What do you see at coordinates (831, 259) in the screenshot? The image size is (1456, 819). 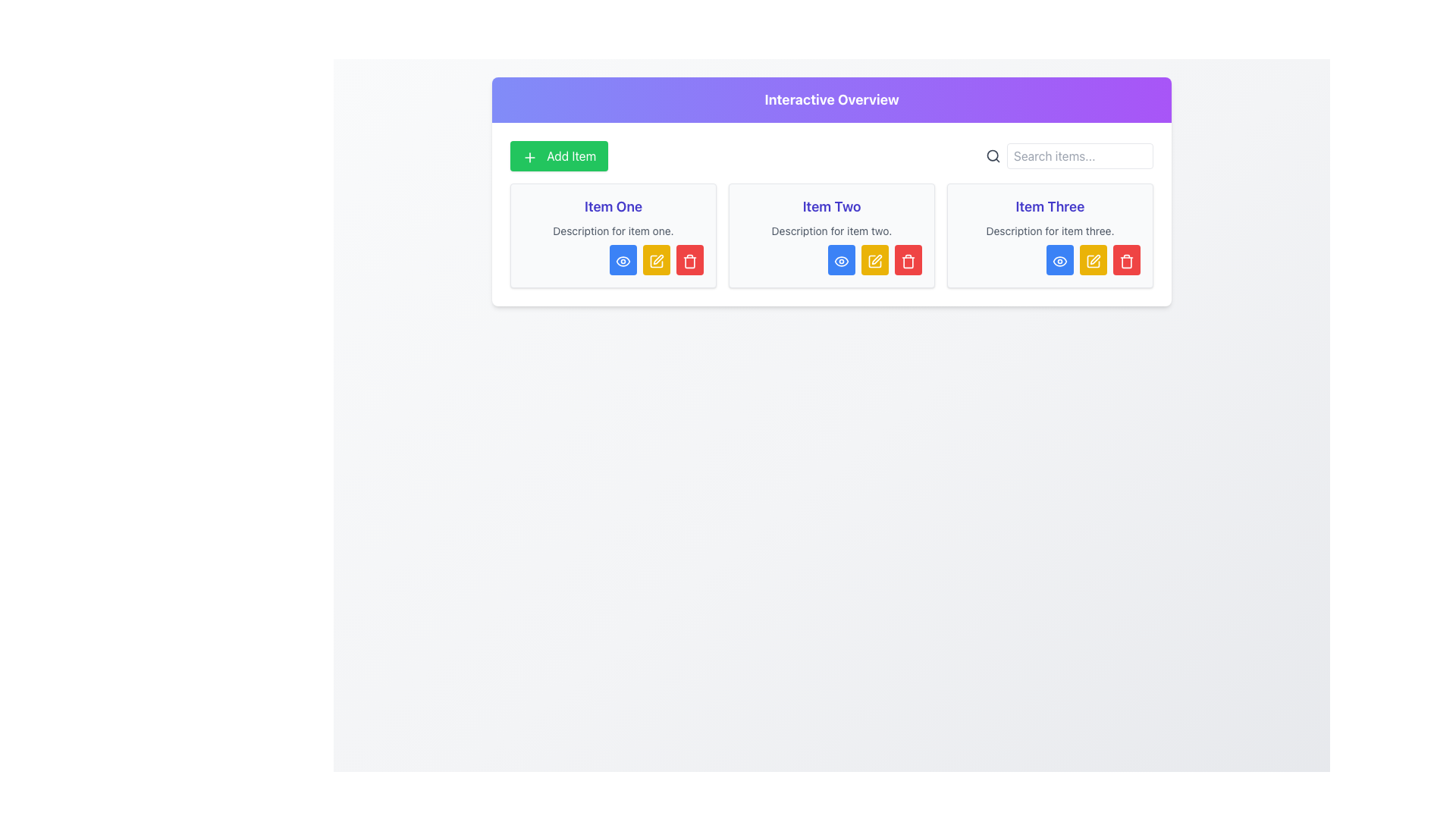 I see `the first button in the horizontal arrangement at the bottom-right of the card titled 'Item Two'` at bounding box center [831, 259].